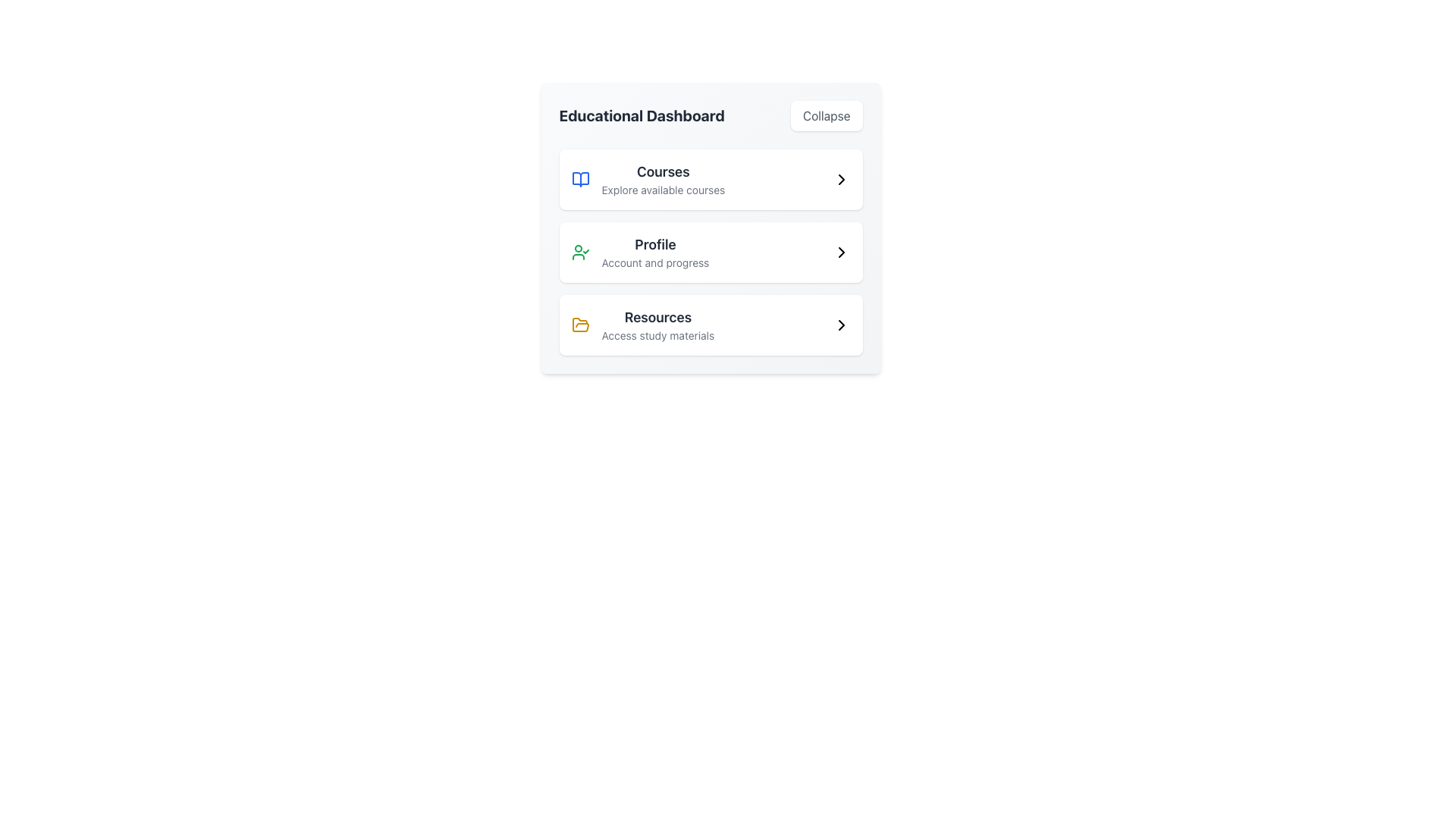  Describe the element at coordinates (710, 251) in the screenshot. I see `the 'Profile' option in the vertical list on the 'Educational Dashboard'` at that location.